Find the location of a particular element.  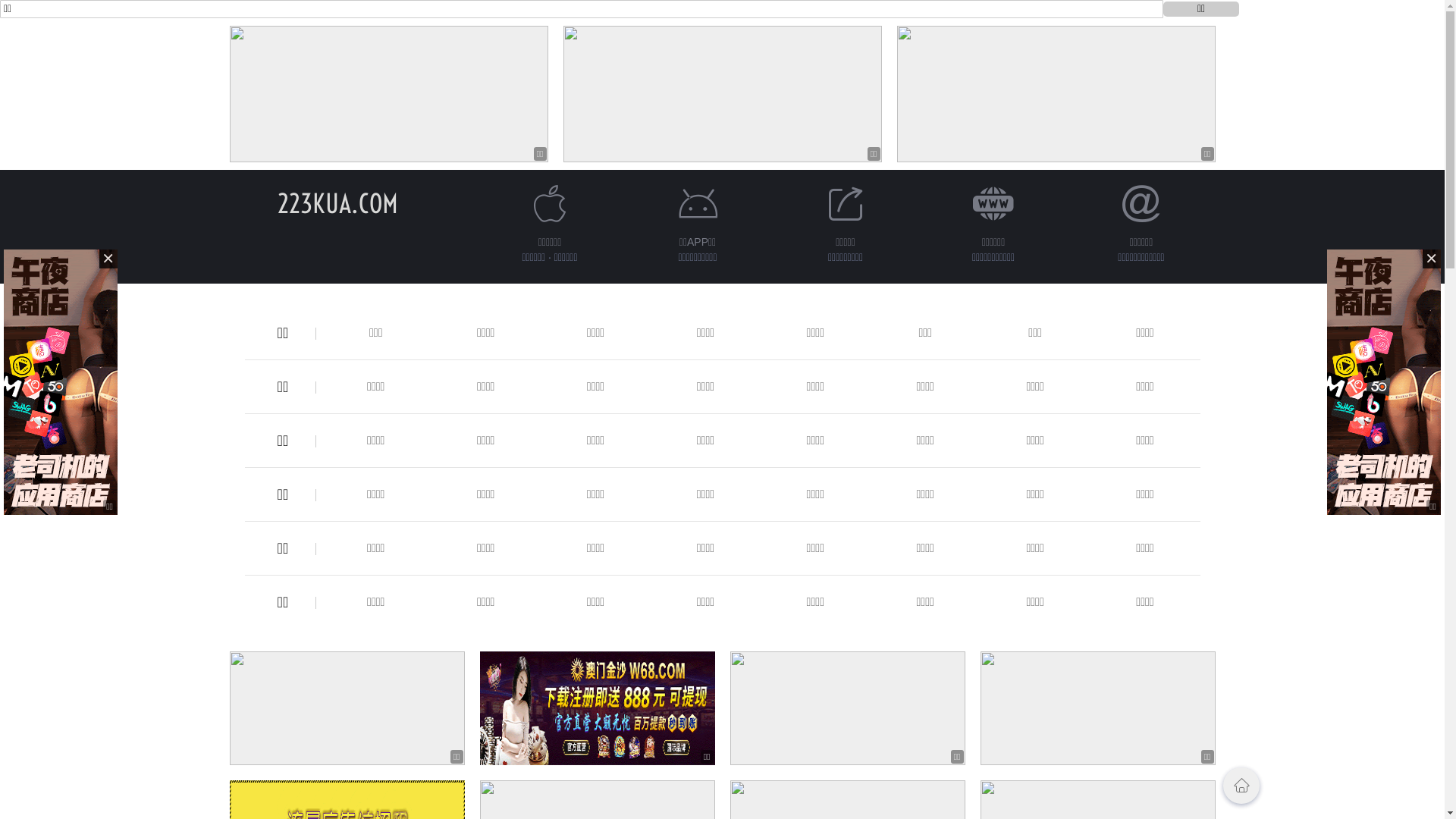

'223KUA.COM' is located at coordinates (337, 202).